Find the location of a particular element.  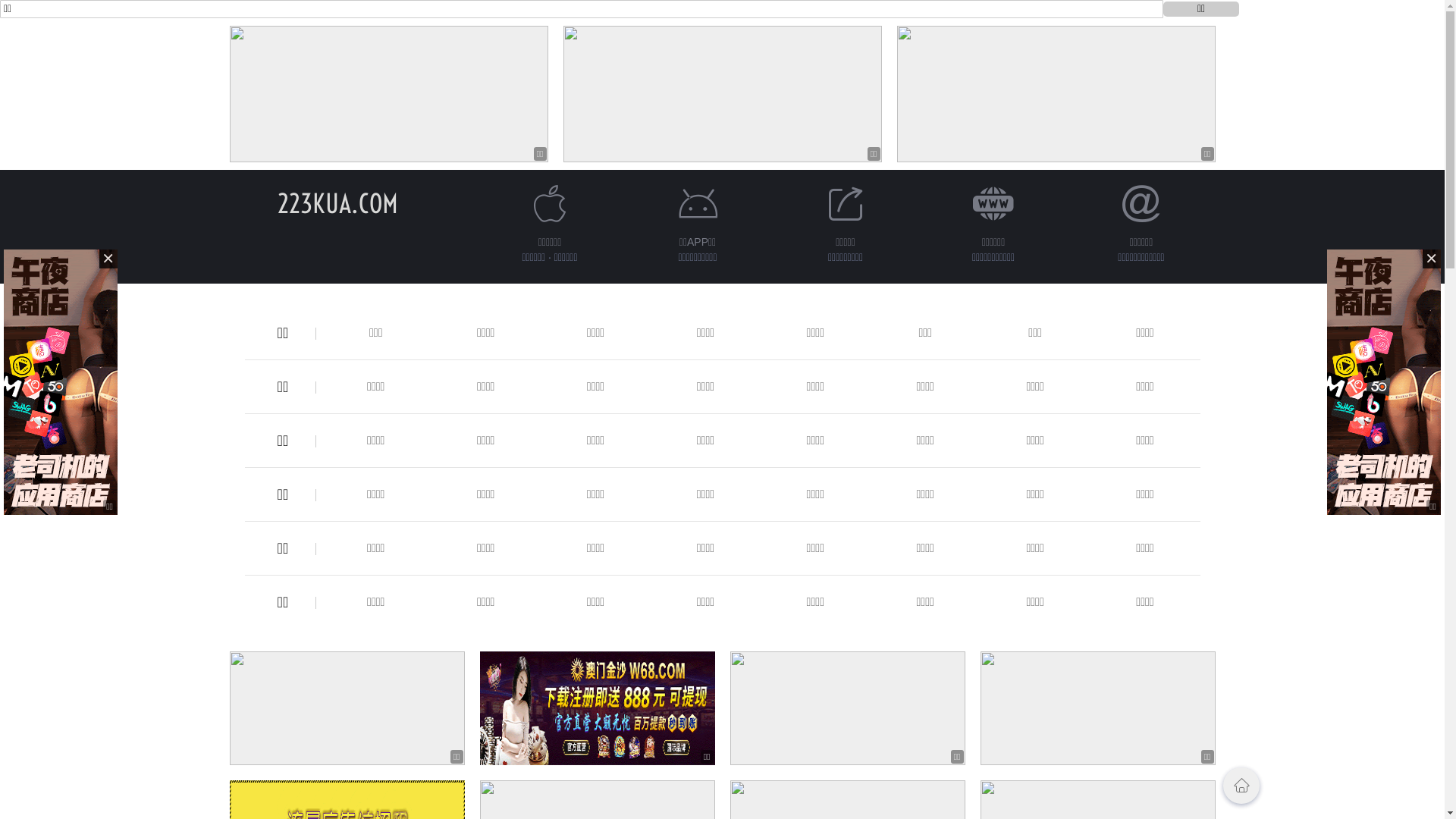

'223KUA.COM' is located at coordinates (337, 202).